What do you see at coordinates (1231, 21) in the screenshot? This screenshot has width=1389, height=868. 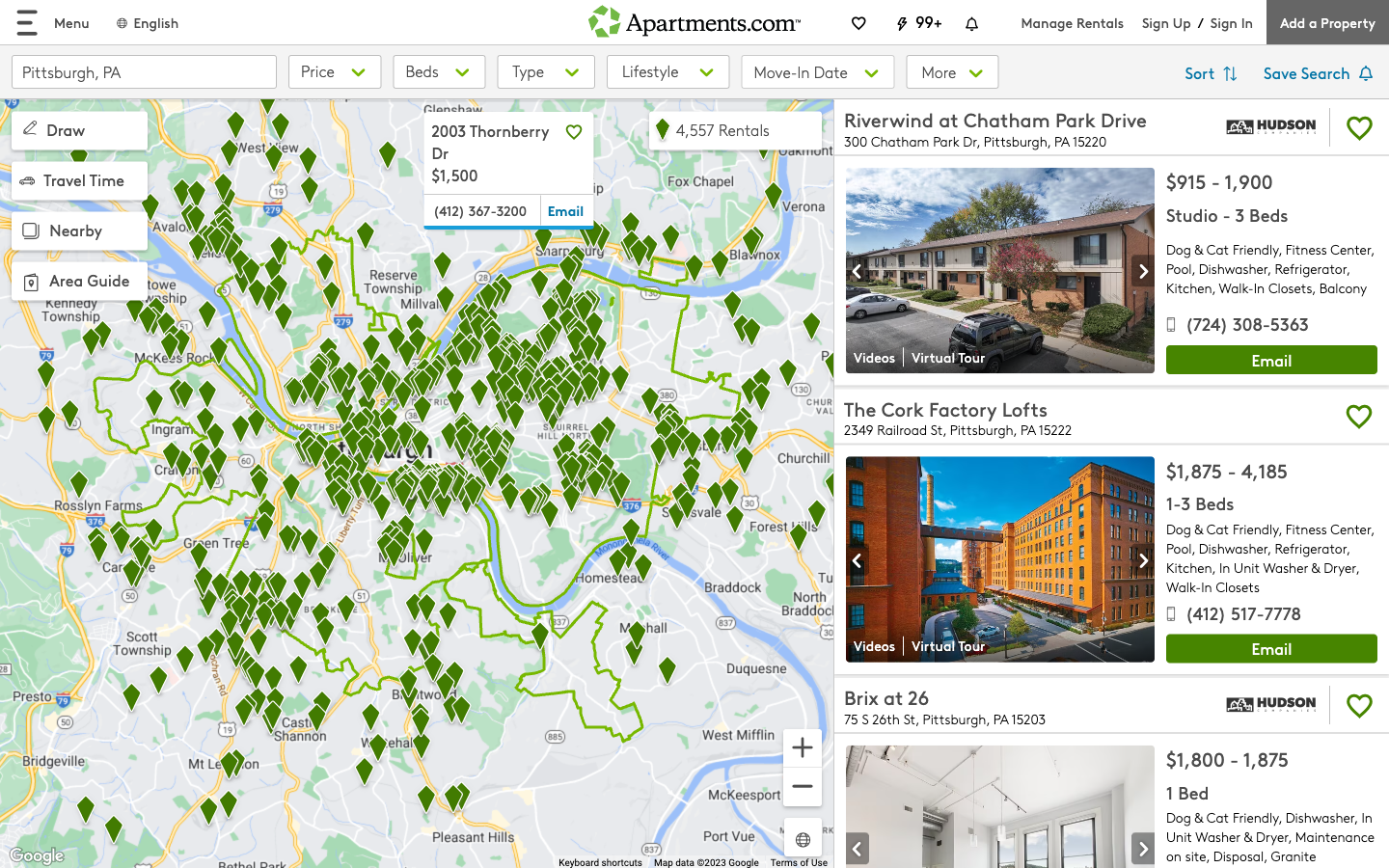 I see `signin option` at bounding box center [1231, 21].